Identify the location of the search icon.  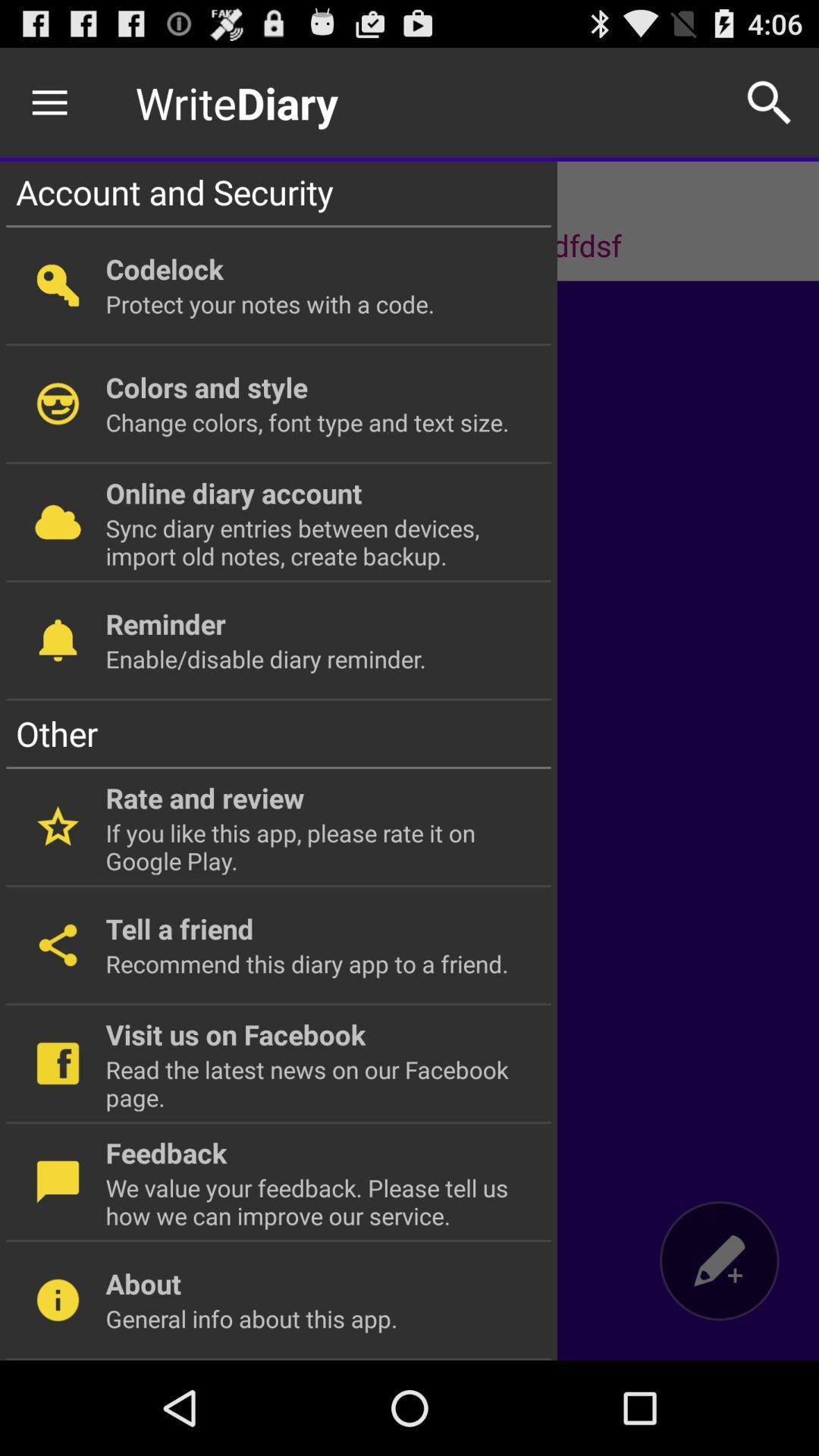
(769, 108).